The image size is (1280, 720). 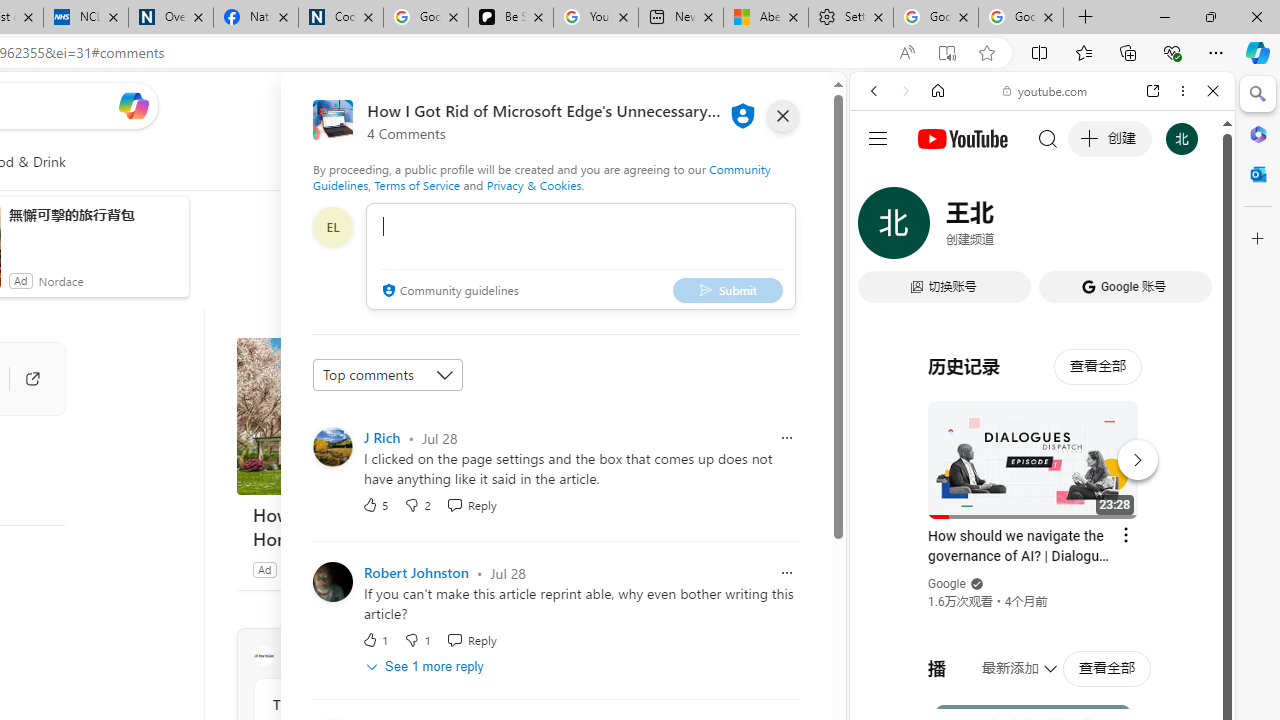 I want to click on 'Dislike', so click(x=416, y=640).